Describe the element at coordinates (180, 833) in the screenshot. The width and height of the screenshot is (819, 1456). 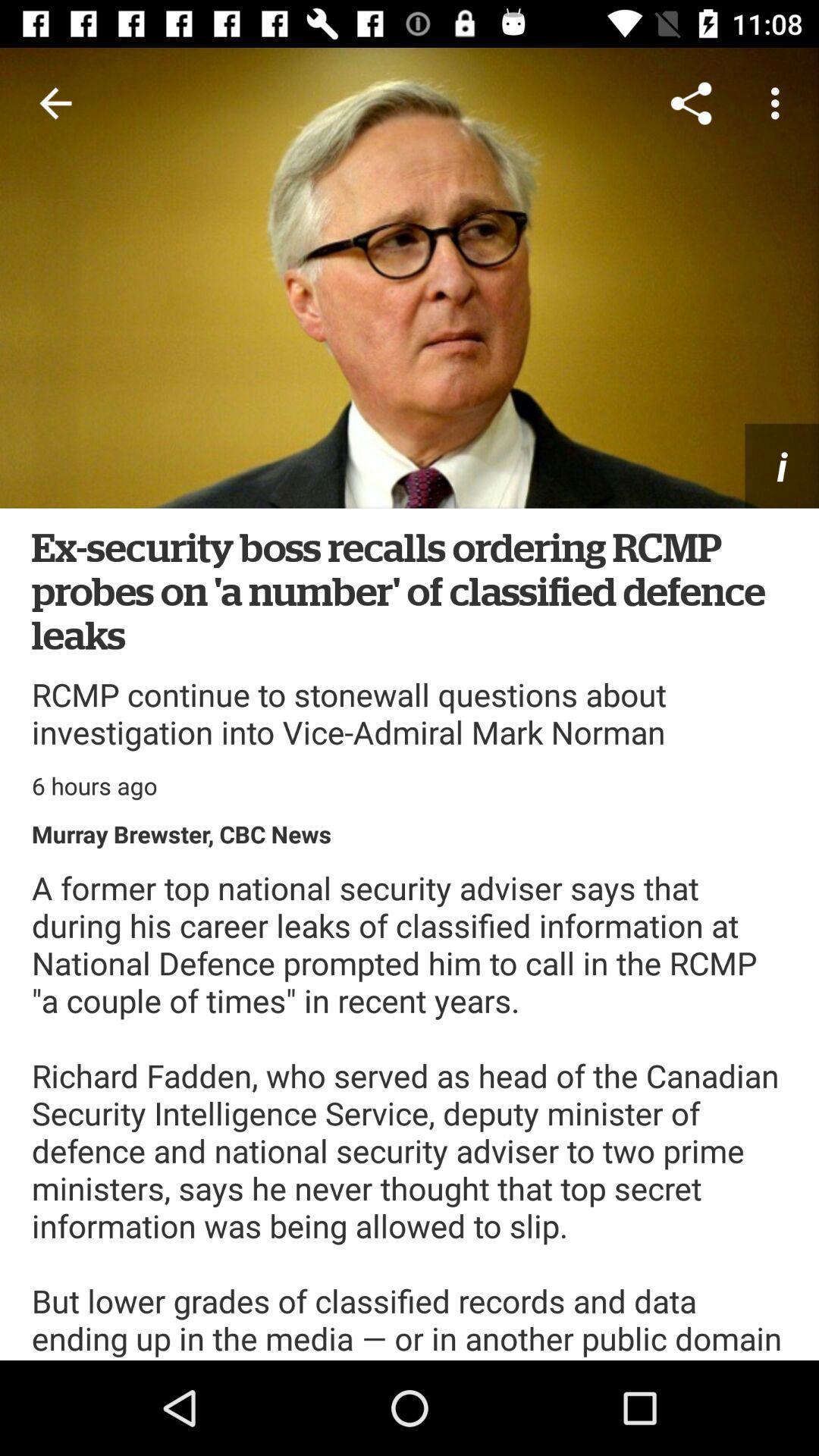
I see `the murray brewster cbc icon` at that location.